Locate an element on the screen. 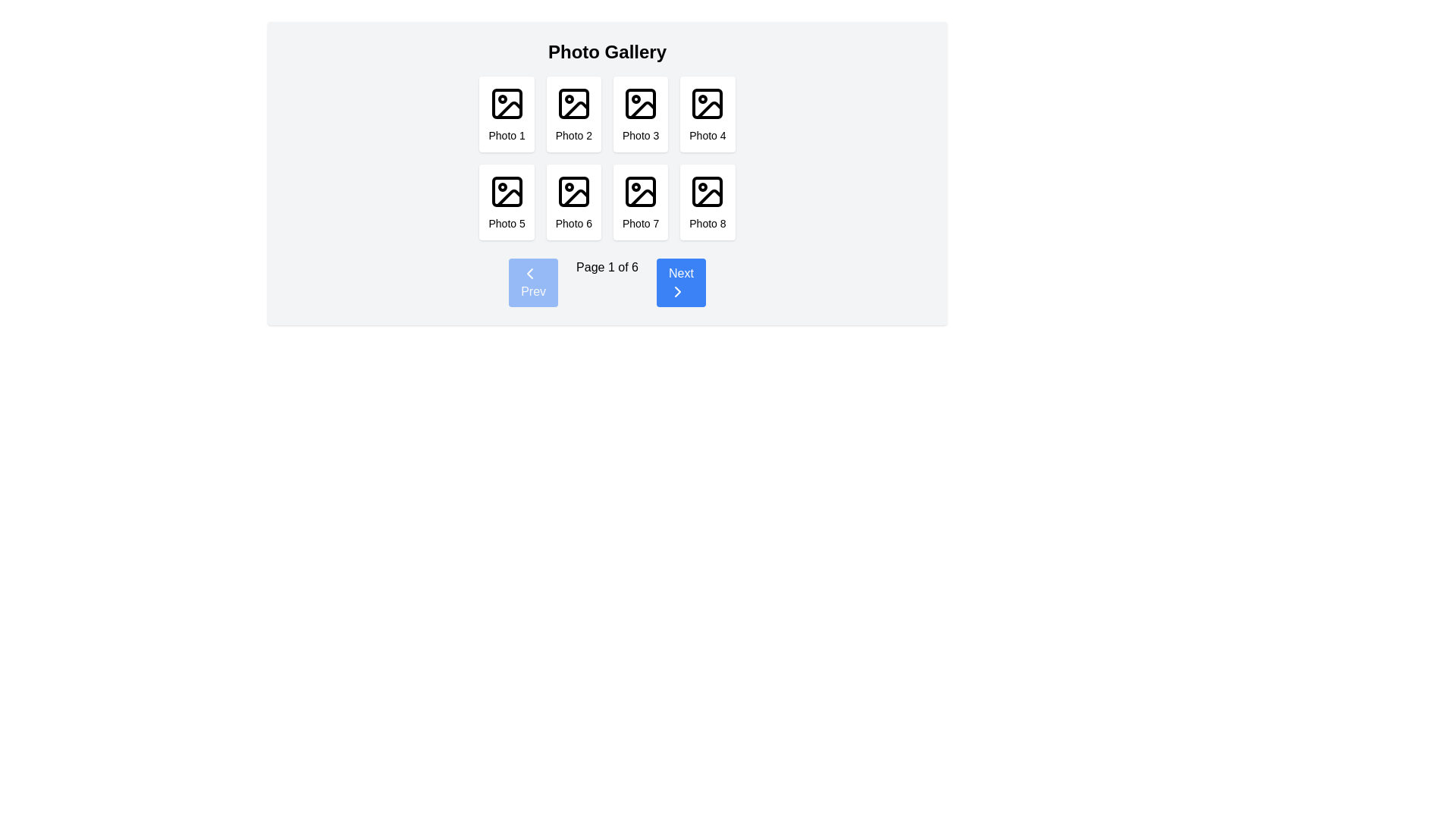 The image size is (1456, 819). the decorative rectangular shape with rounded corners located inside the 'Photo 5' image icon in the second row, first column of the gallery grid is located at coordinates (507, 191).